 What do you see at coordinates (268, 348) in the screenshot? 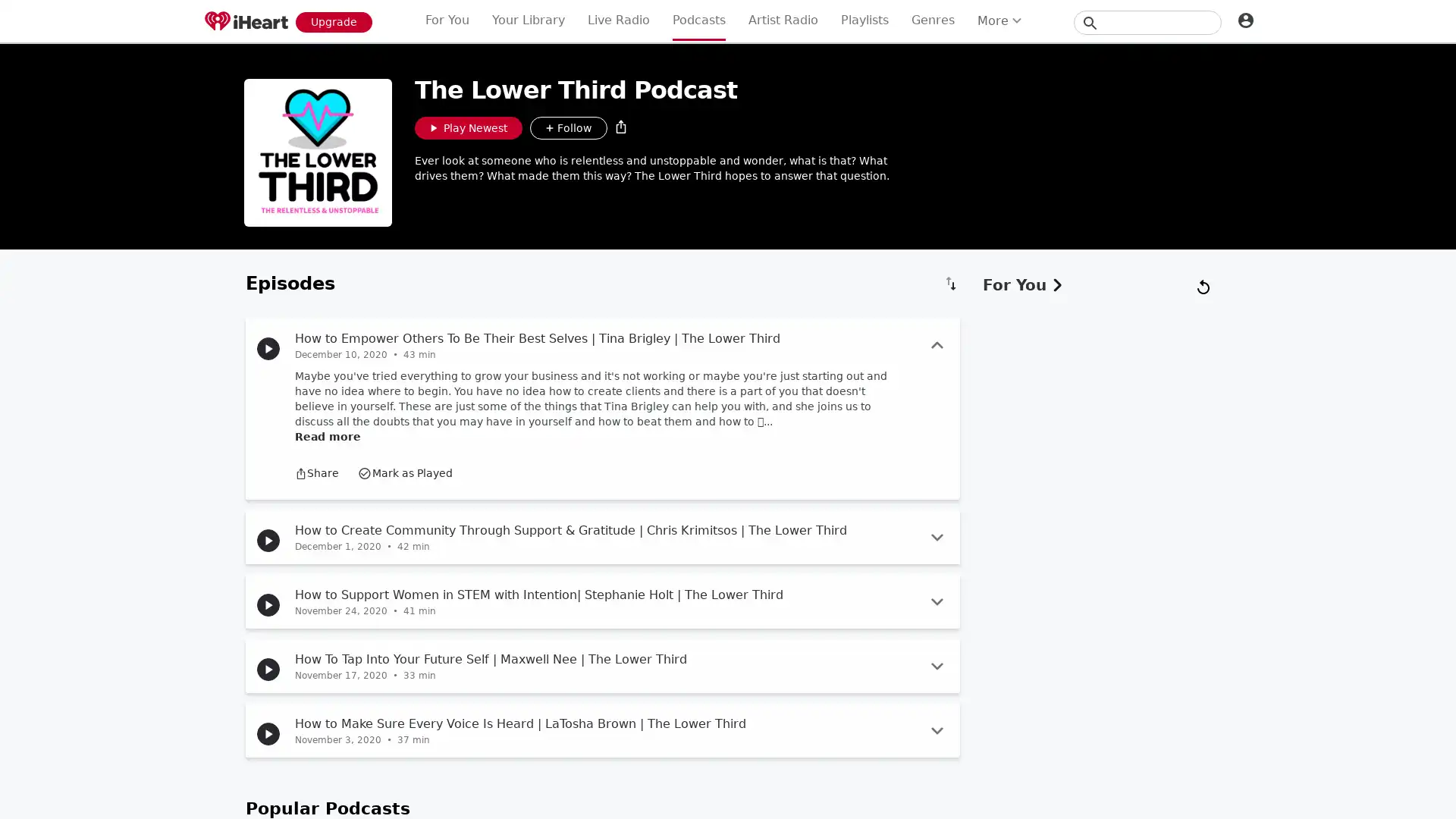
I see `Play` at bounding box center [268, 348].